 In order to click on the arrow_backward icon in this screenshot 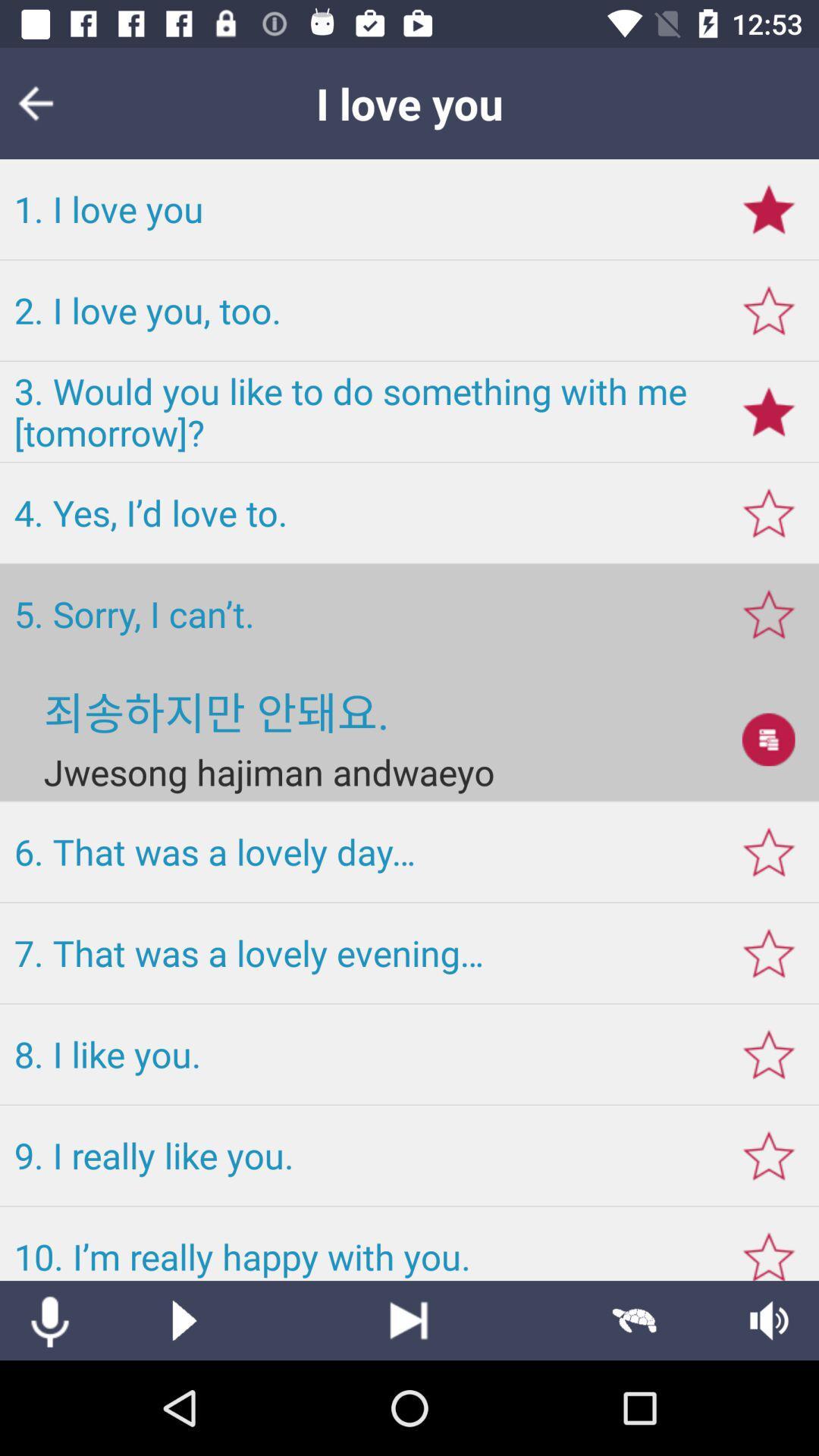, I will do `click(45, 102)`.